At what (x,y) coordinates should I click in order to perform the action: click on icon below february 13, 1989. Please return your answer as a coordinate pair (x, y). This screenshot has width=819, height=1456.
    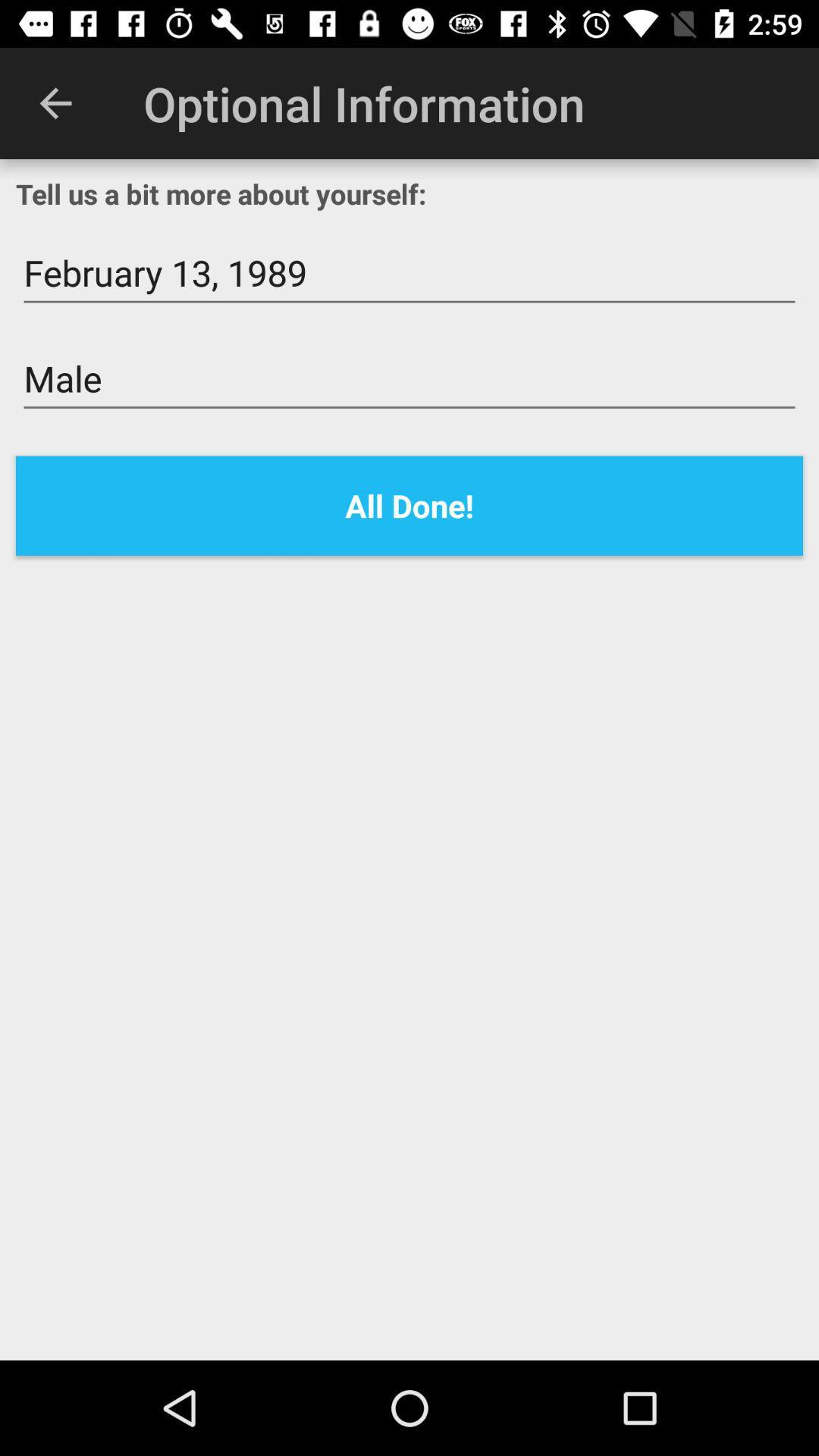
    Looking at the image, I should click on (409, 379).